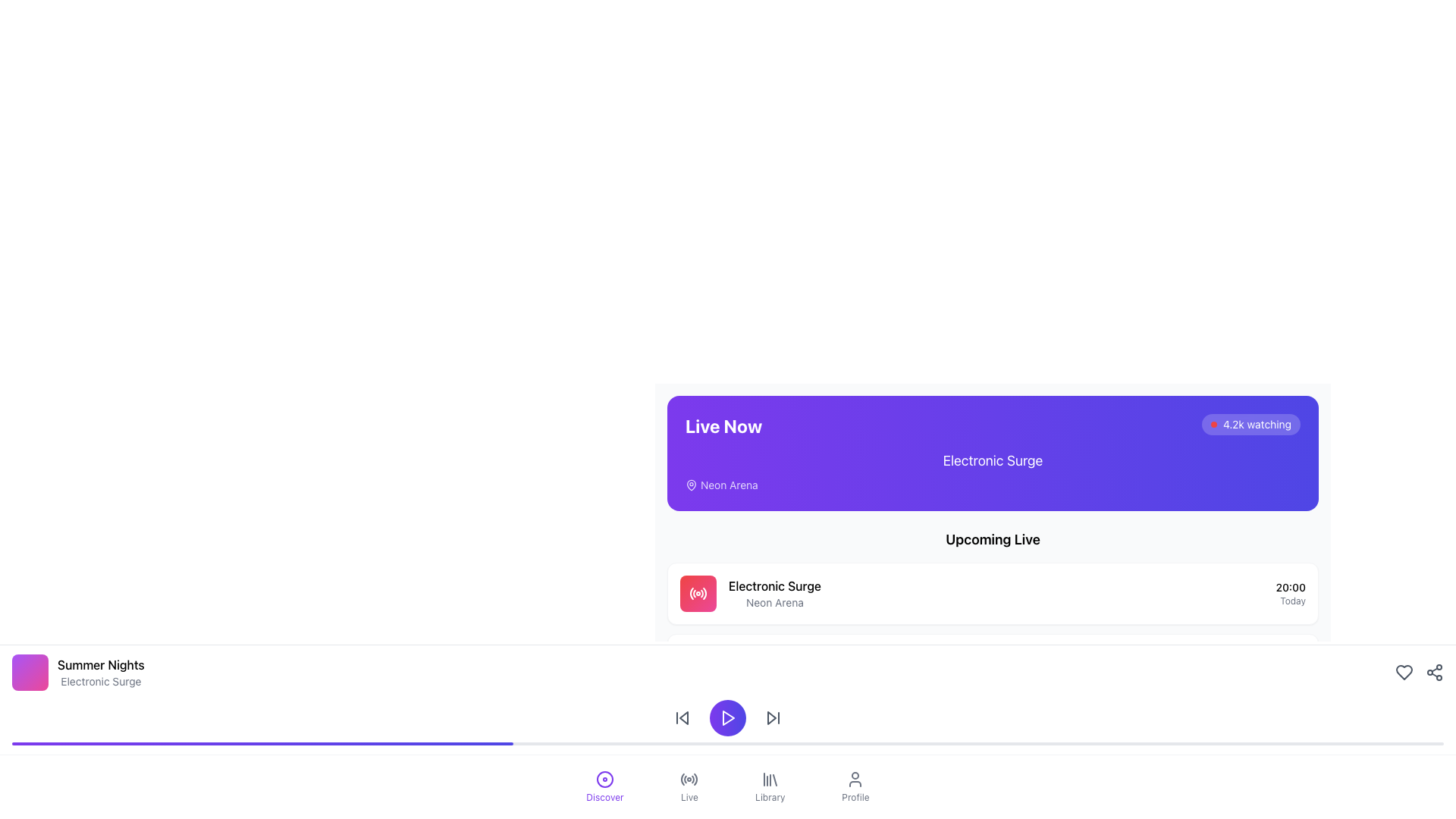 The height and width of the screenshot is (819, 1456). I want to click on the text block displaying 'Electronic Surge' and 'Neon Arena' that is centrally positioned below the 'Live Now' header, so click(993, 470).